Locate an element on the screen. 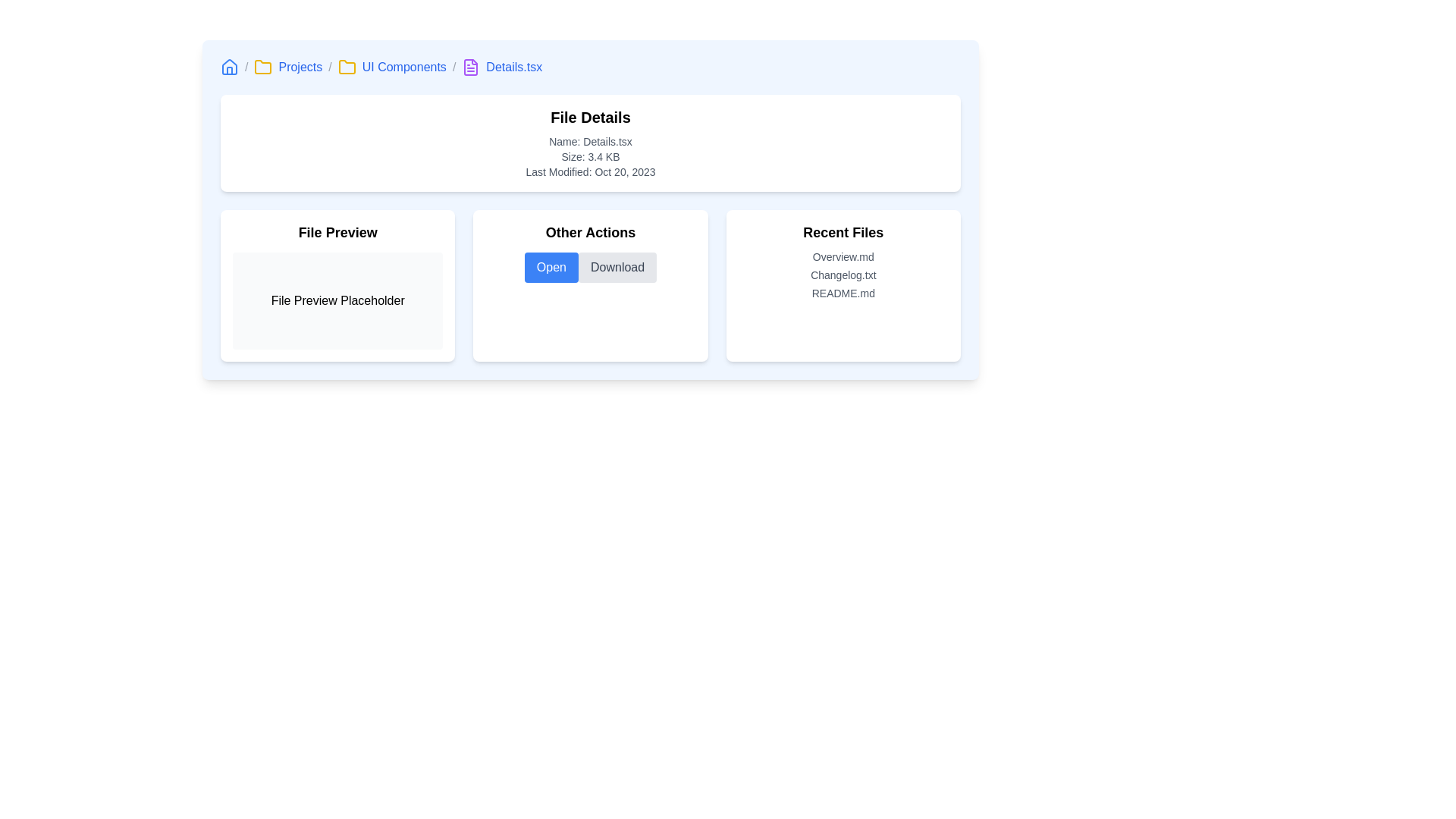 The width and height of the screenshot is (1456, 819). the 'Projects' breadcrumb text link to possibly trigger additional information is located at coordinates (300, 66).